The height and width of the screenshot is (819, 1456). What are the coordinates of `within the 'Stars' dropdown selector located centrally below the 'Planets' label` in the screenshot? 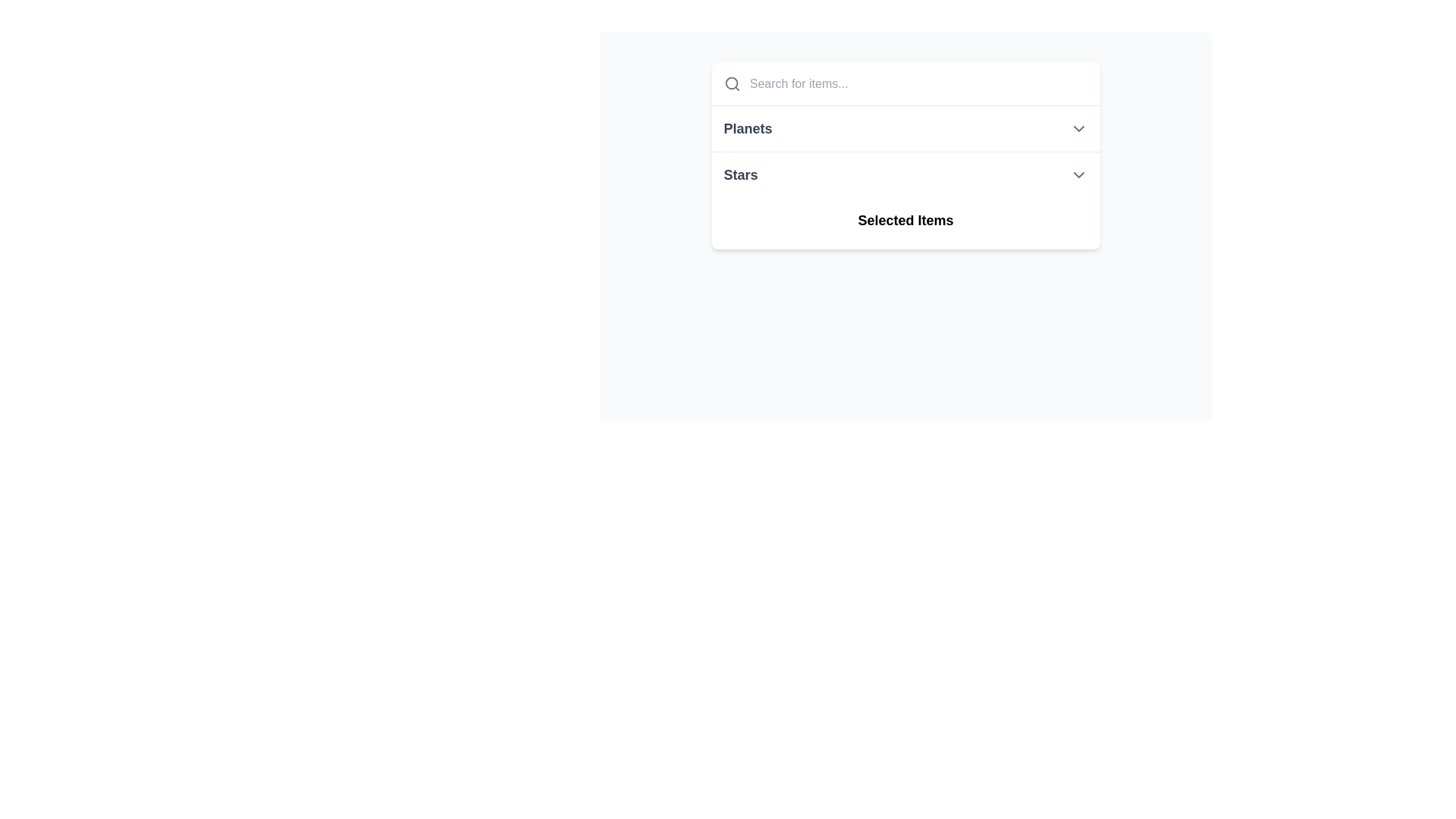 It's located at (905, 174).